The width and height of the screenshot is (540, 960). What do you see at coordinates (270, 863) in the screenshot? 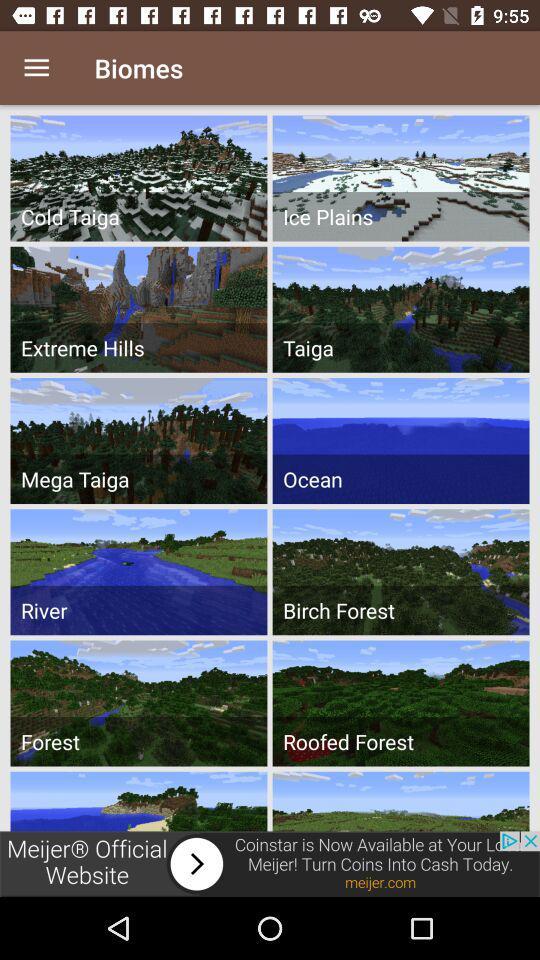
I see `the advertisement` at bounding box center [270, 863].